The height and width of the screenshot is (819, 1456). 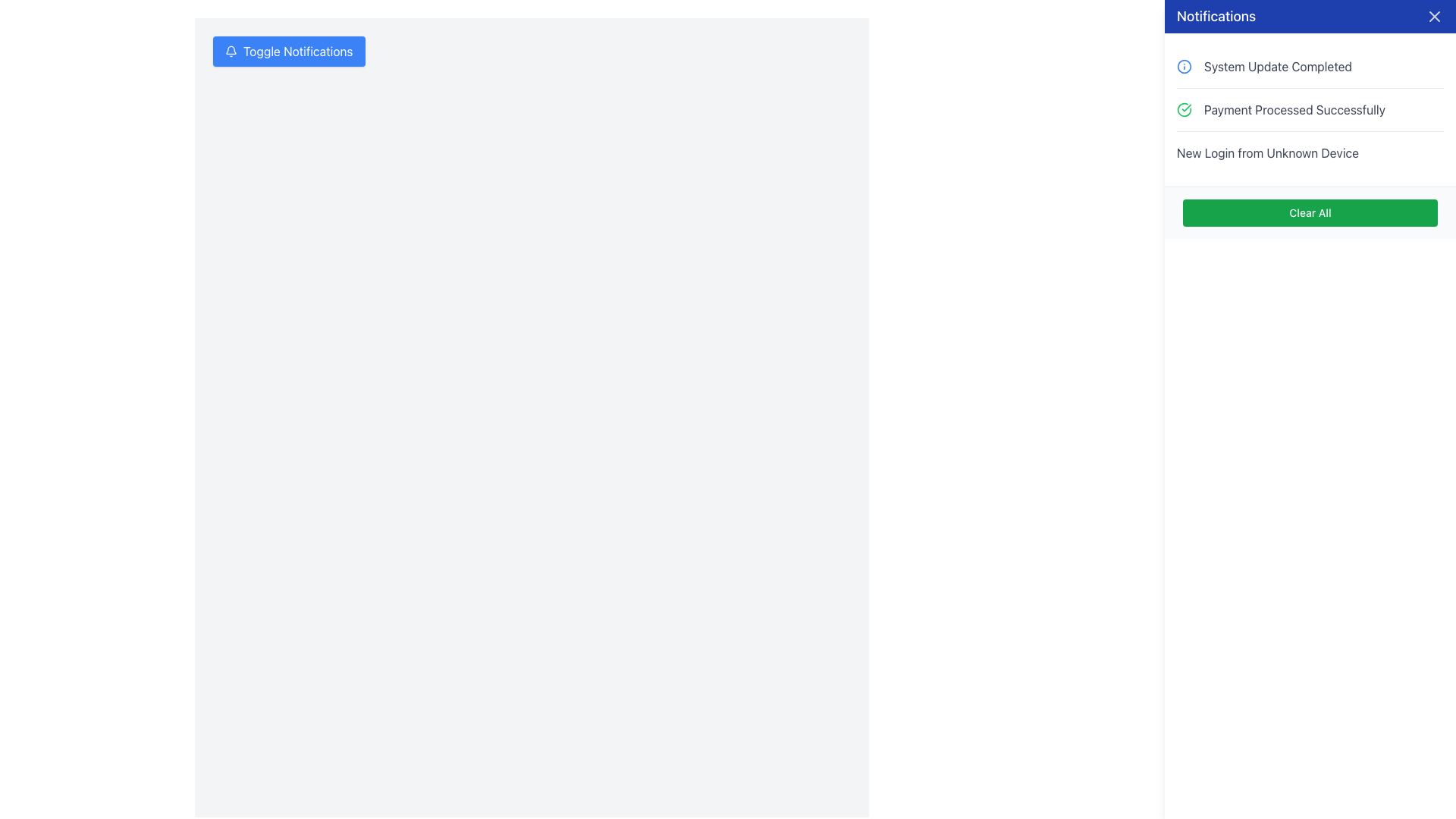 I want to click on notification message about a new login from an unknown device located in the Notifications panel, specifically the third notification in the list, so click(x=1267, y=152).